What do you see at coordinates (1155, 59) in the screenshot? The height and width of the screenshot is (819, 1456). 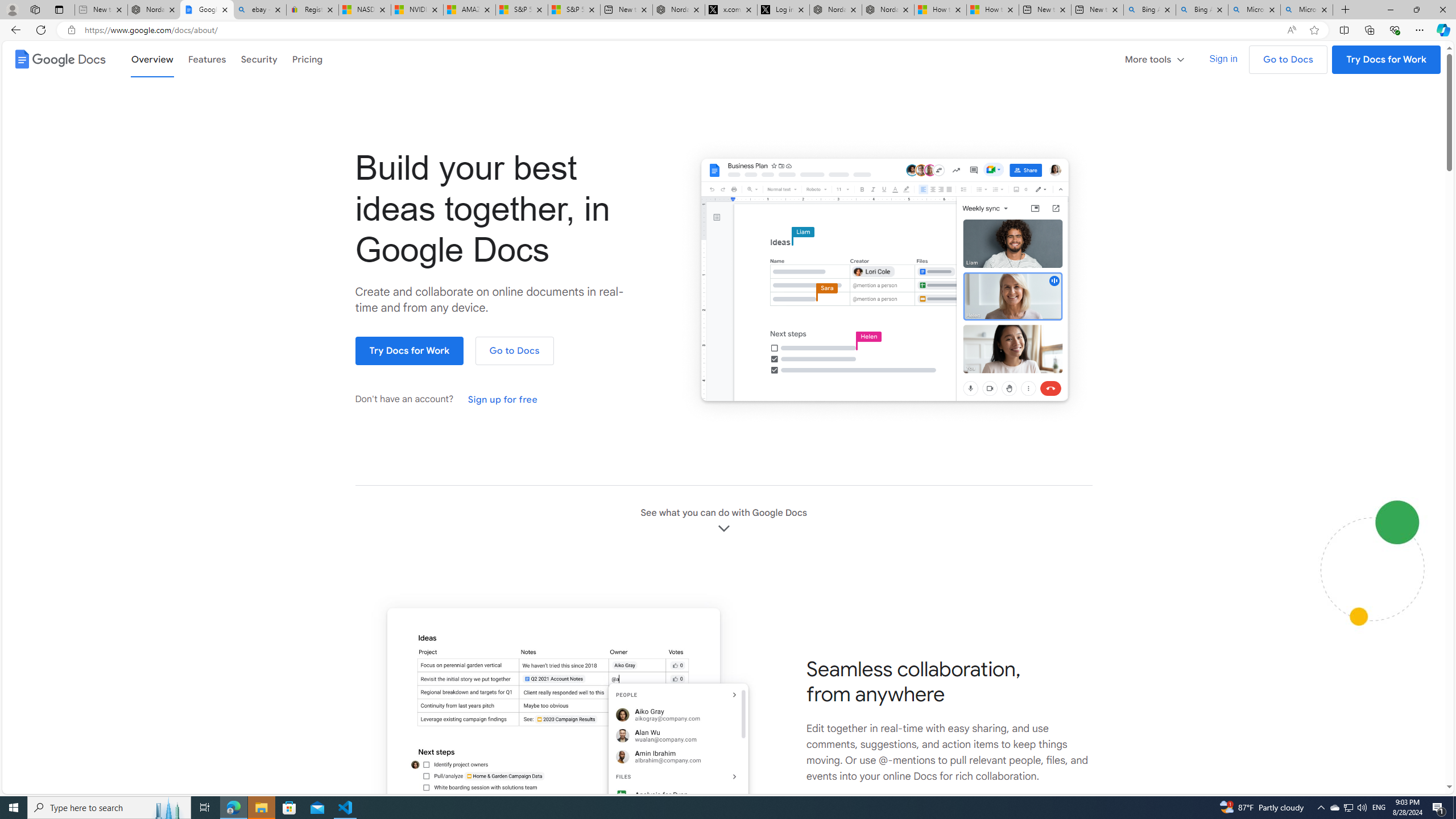 I see `'More tools'` at bounding box center [1155, 59].